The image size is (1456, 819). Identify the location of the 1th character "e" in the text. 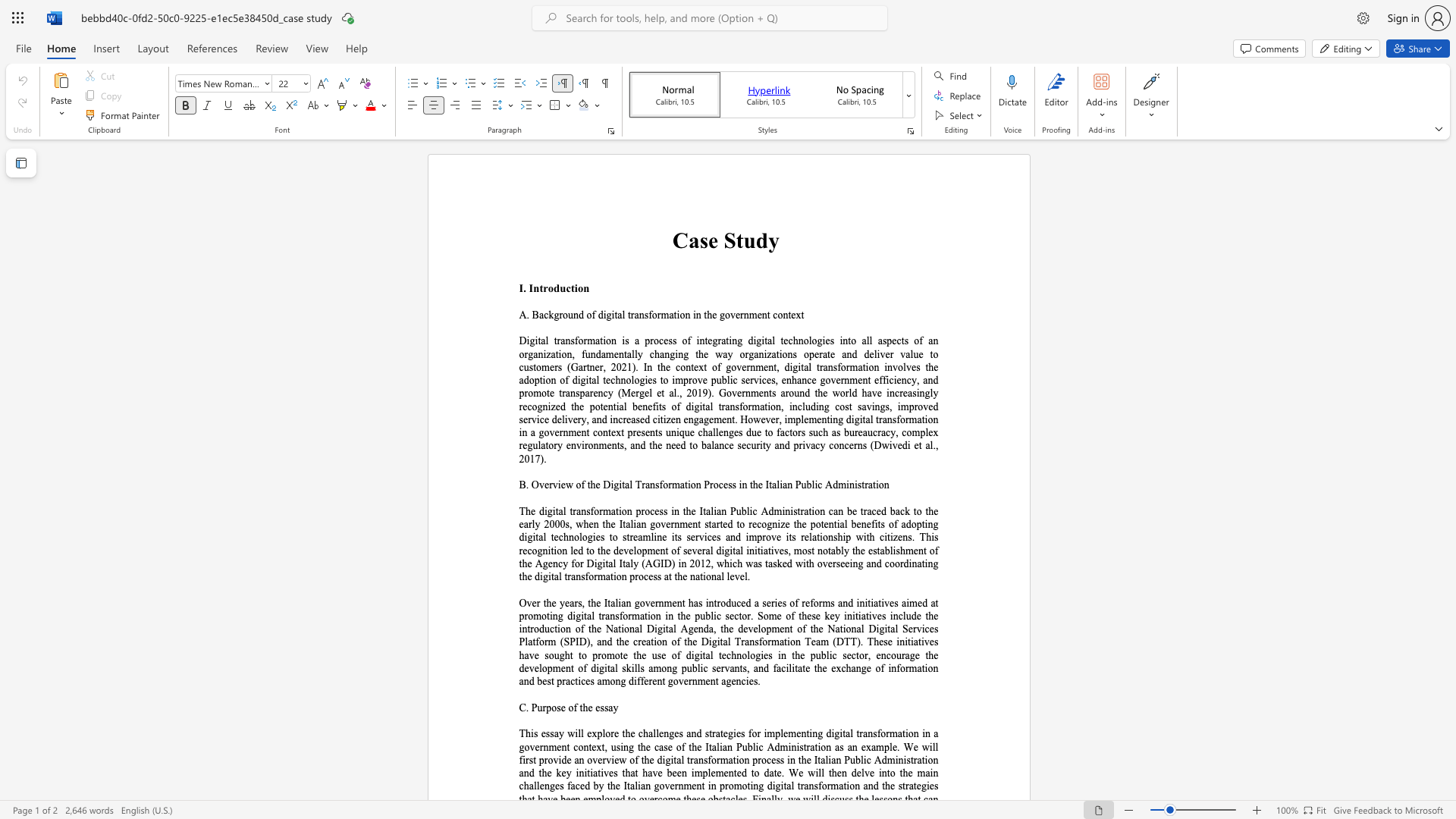
(712, 239).